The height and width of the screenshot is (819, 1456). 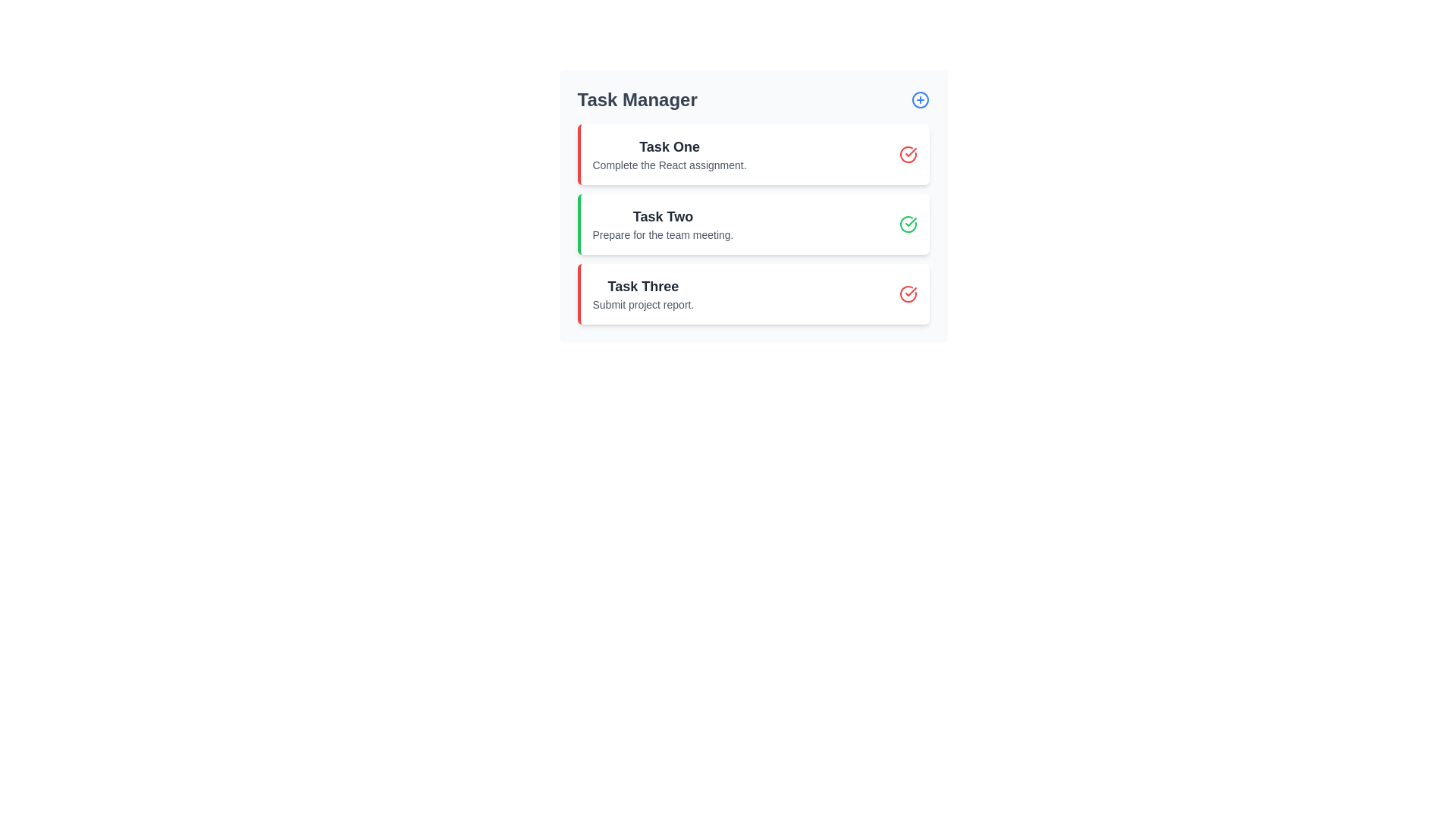 What do you see at coordinates (755, 224) in the screenshot?
I see `the Task item titled 'Task Two'` at bounding box center [755, 224].